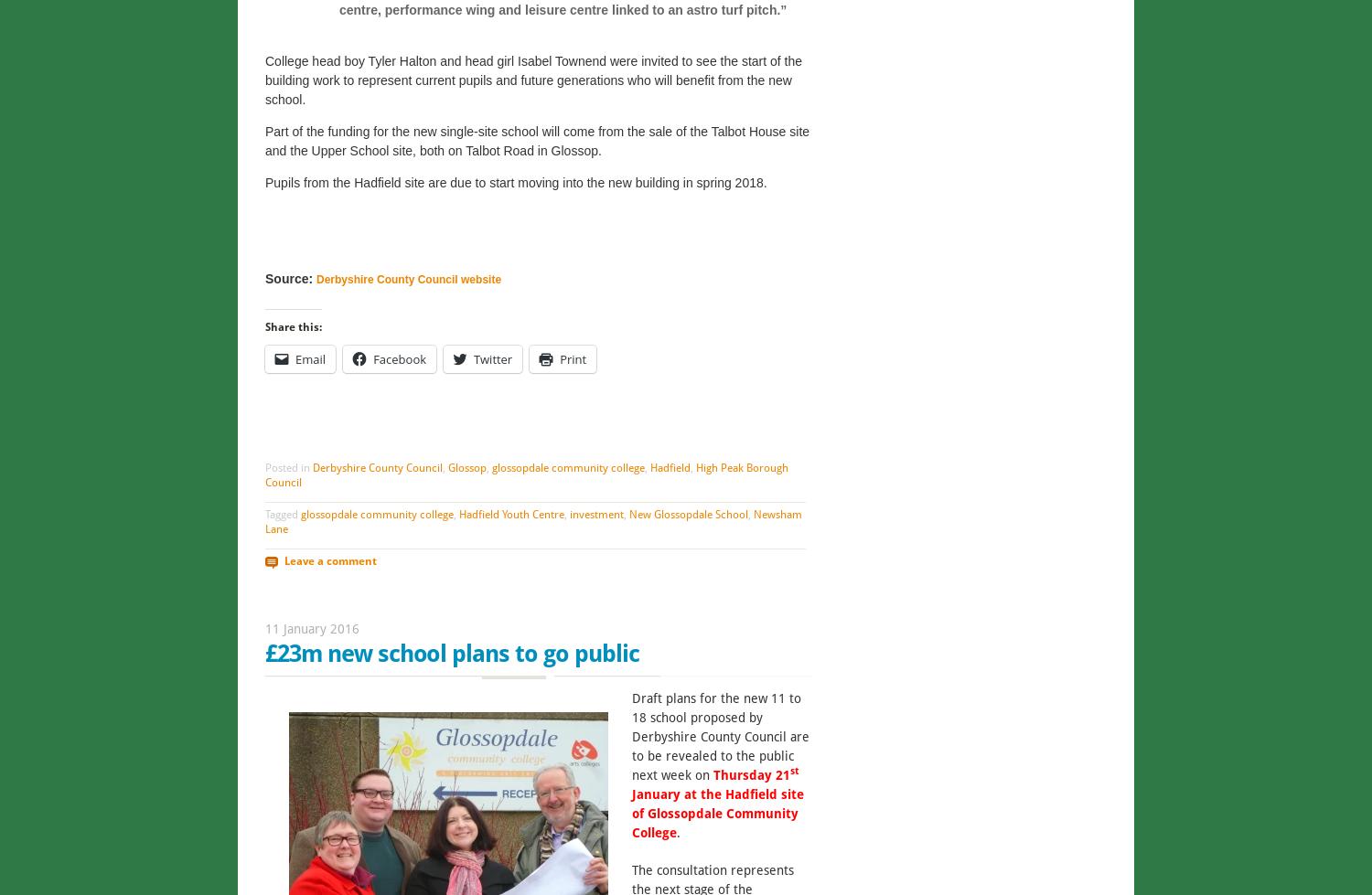 The height and width of the screenshot is (895, 1372). I want to click on 'Thursday 21', so click(713, 773).